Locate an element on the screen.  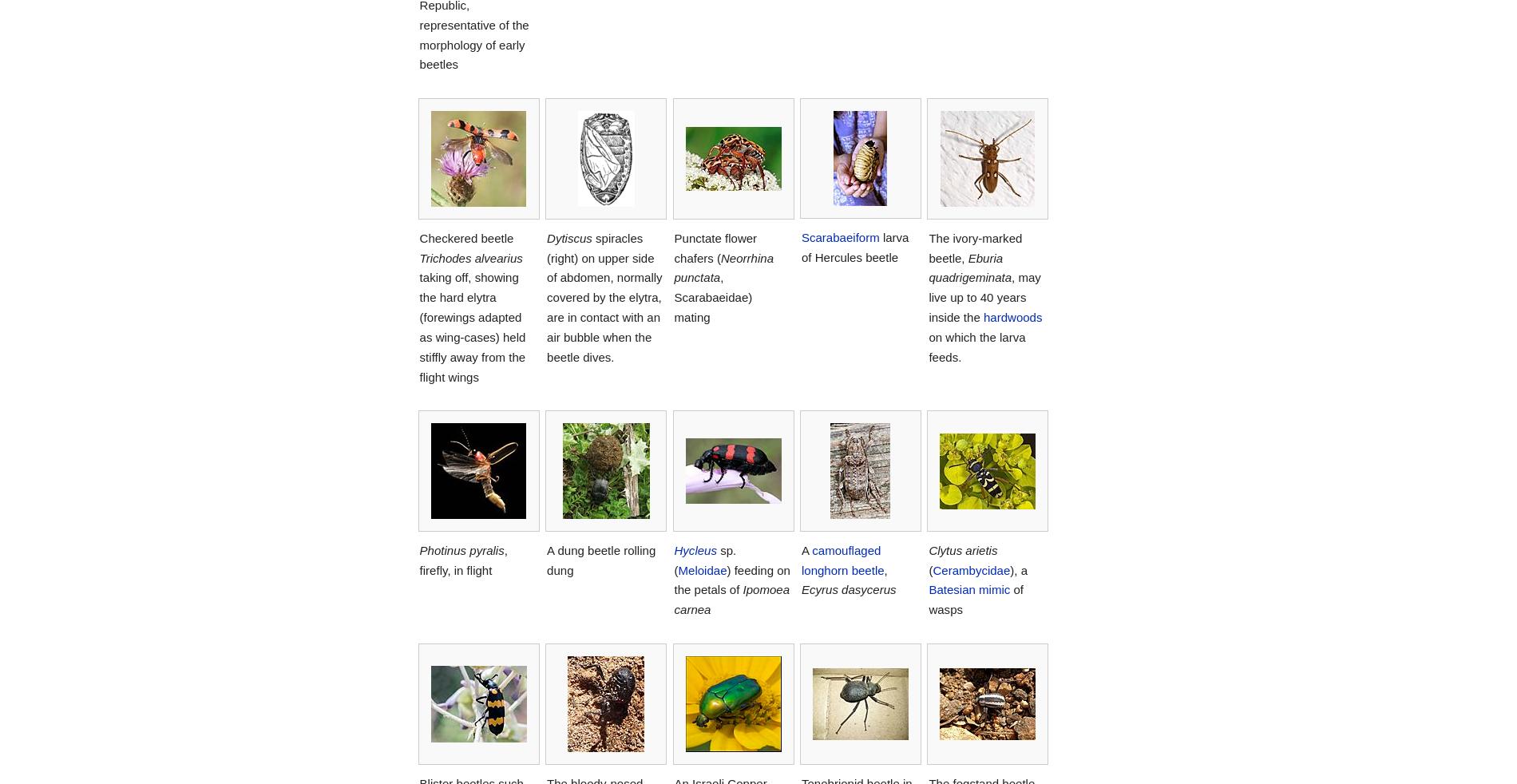
'Batesian mimic' is located at coordinates (968, 589).